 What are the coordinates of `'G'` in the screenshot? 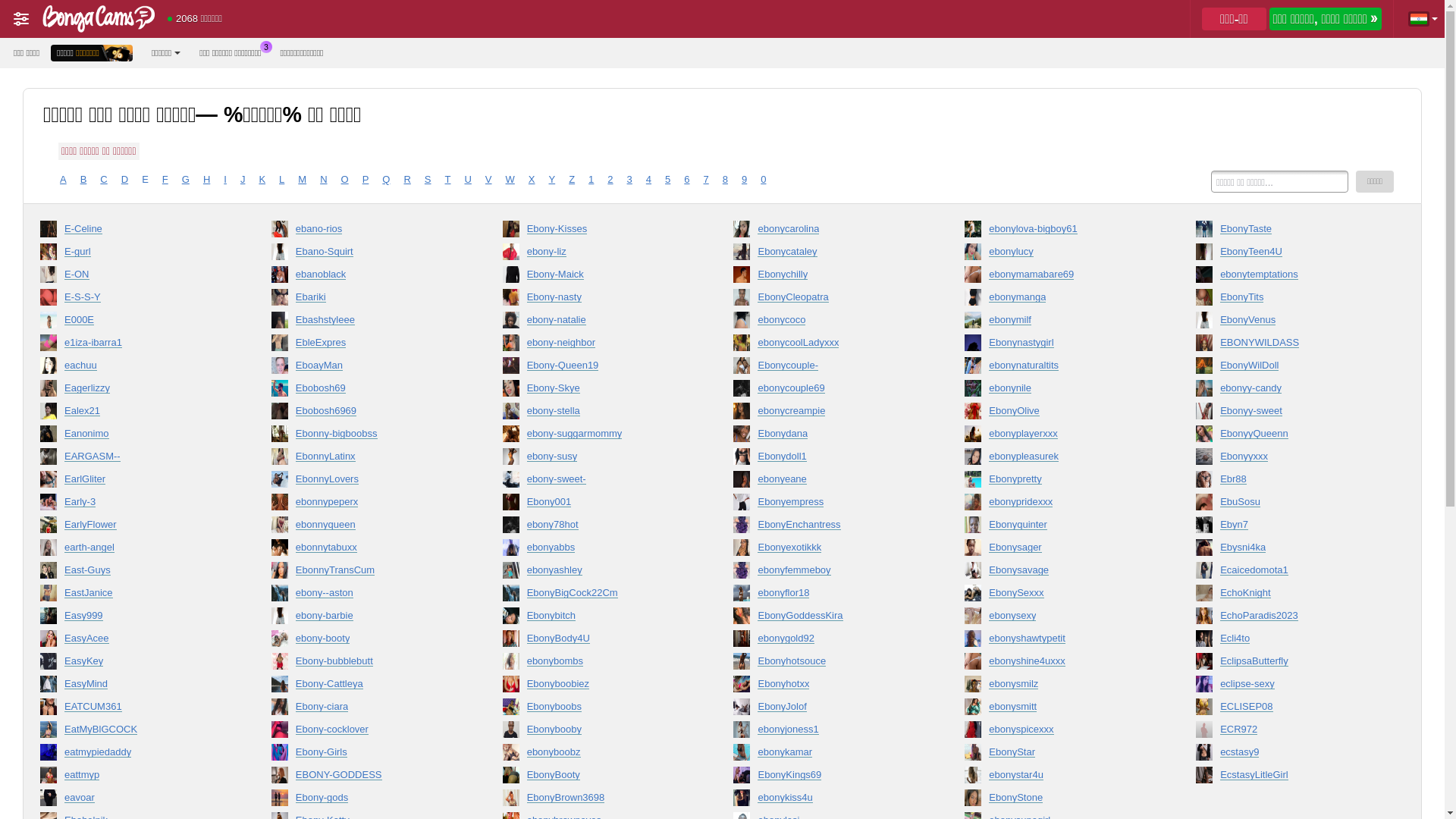 It's located at (184, 178).